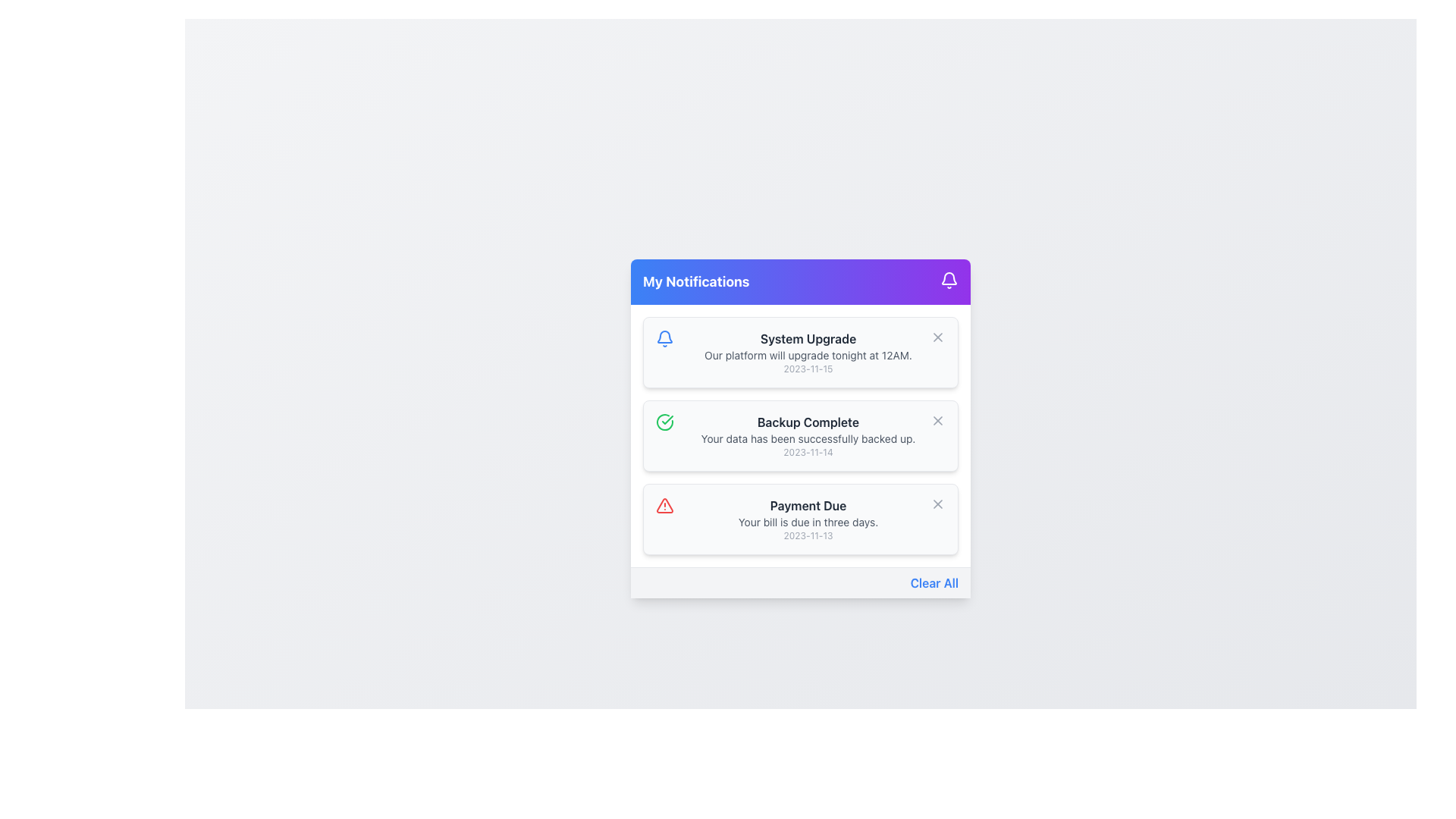 The image size is (1456, 819). I want to click on the left-aligned static text that serves as the title for the notifications section, located in the rounded-top header bar above the content, so click(695, 281).